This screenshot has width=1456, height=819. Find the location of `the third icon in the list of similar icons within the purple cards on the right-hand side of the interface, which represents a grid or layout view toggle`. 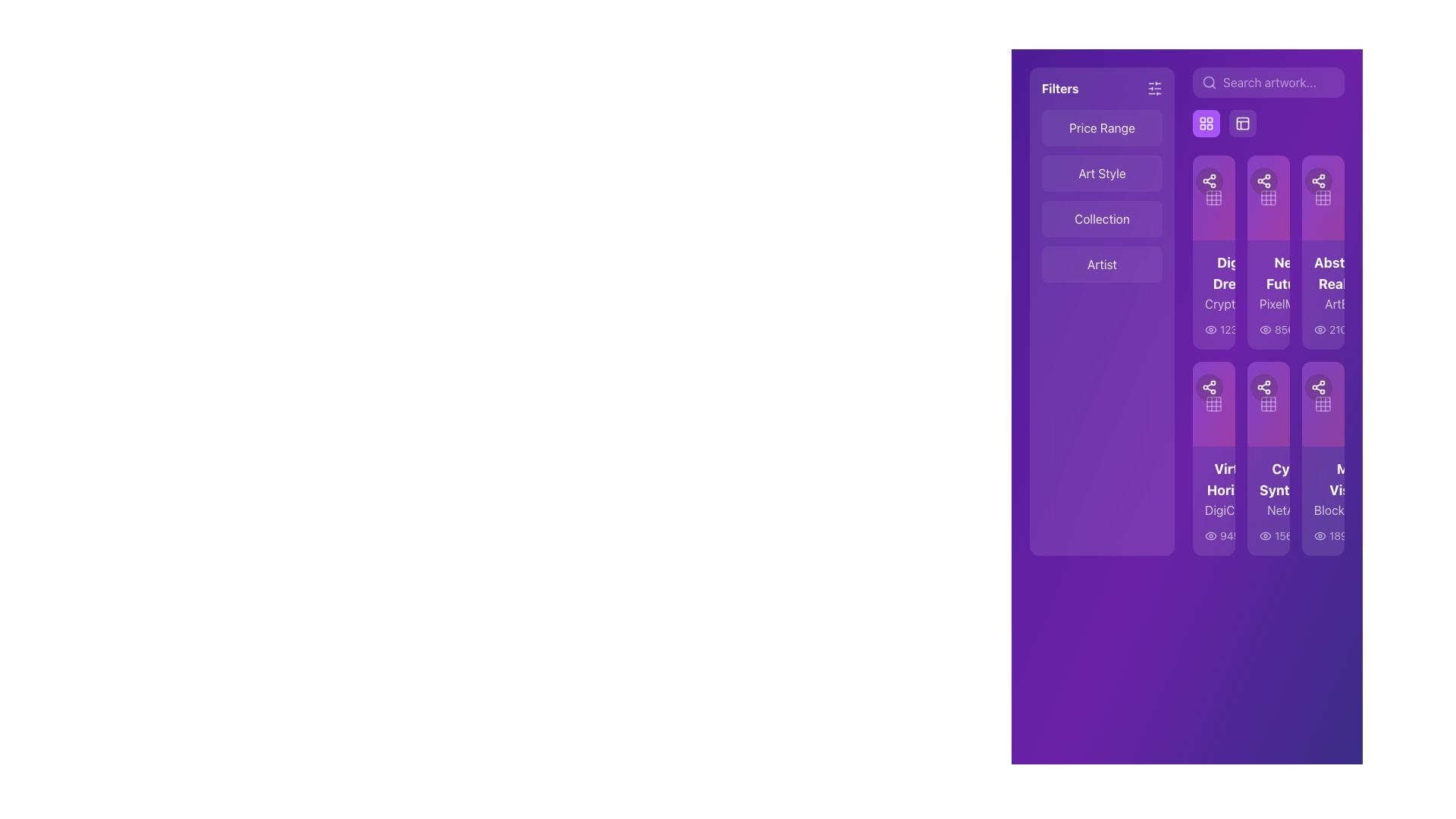

the third icon in the list of similar icons within the purple cards on the right-hand side of the interface, which represents a grid or layout view toggle is located at coordinates (1323, 197).